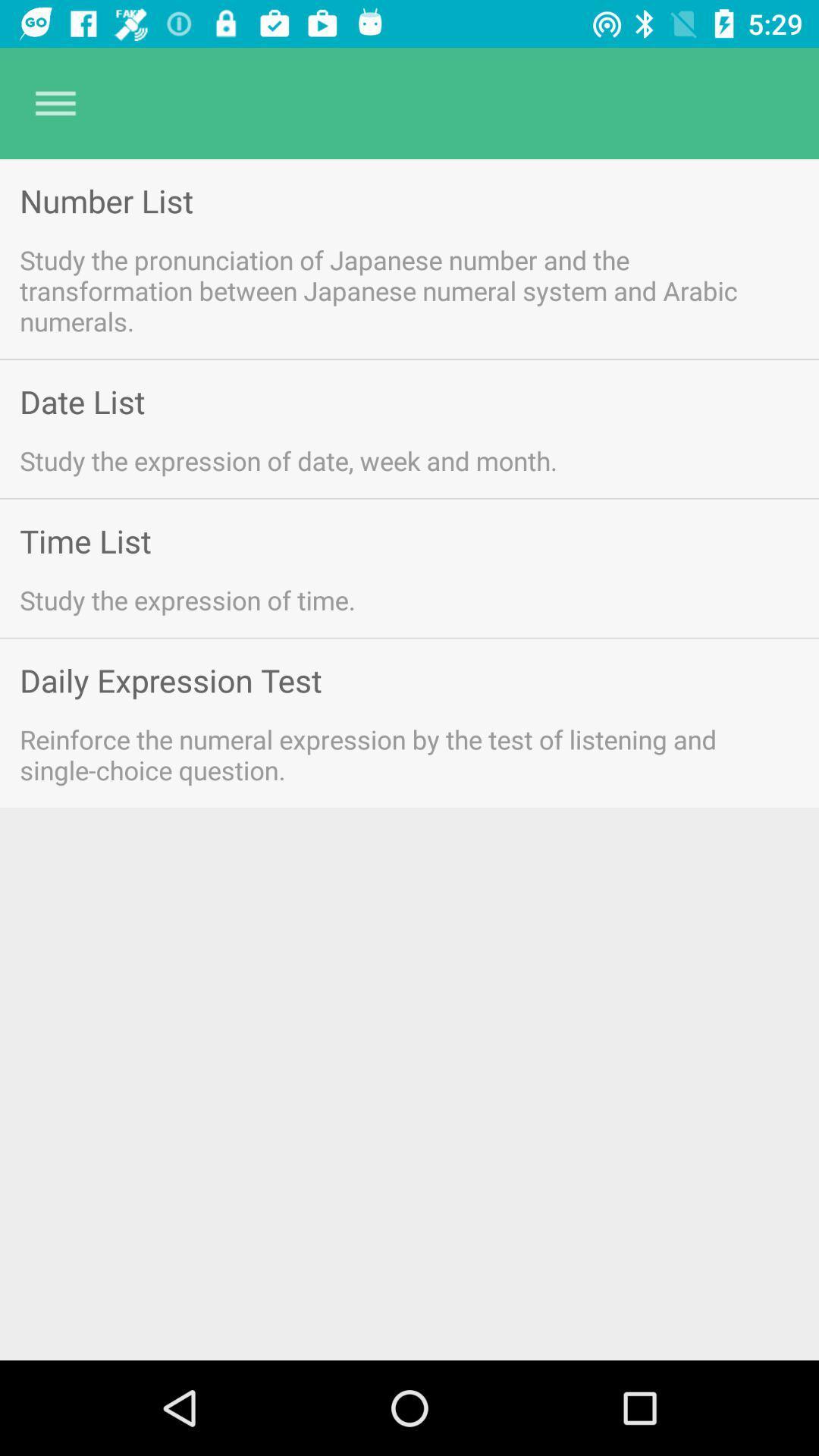  Describe the element at coordinates (85, 541) in the screenshot. I see `time list item` at that location.